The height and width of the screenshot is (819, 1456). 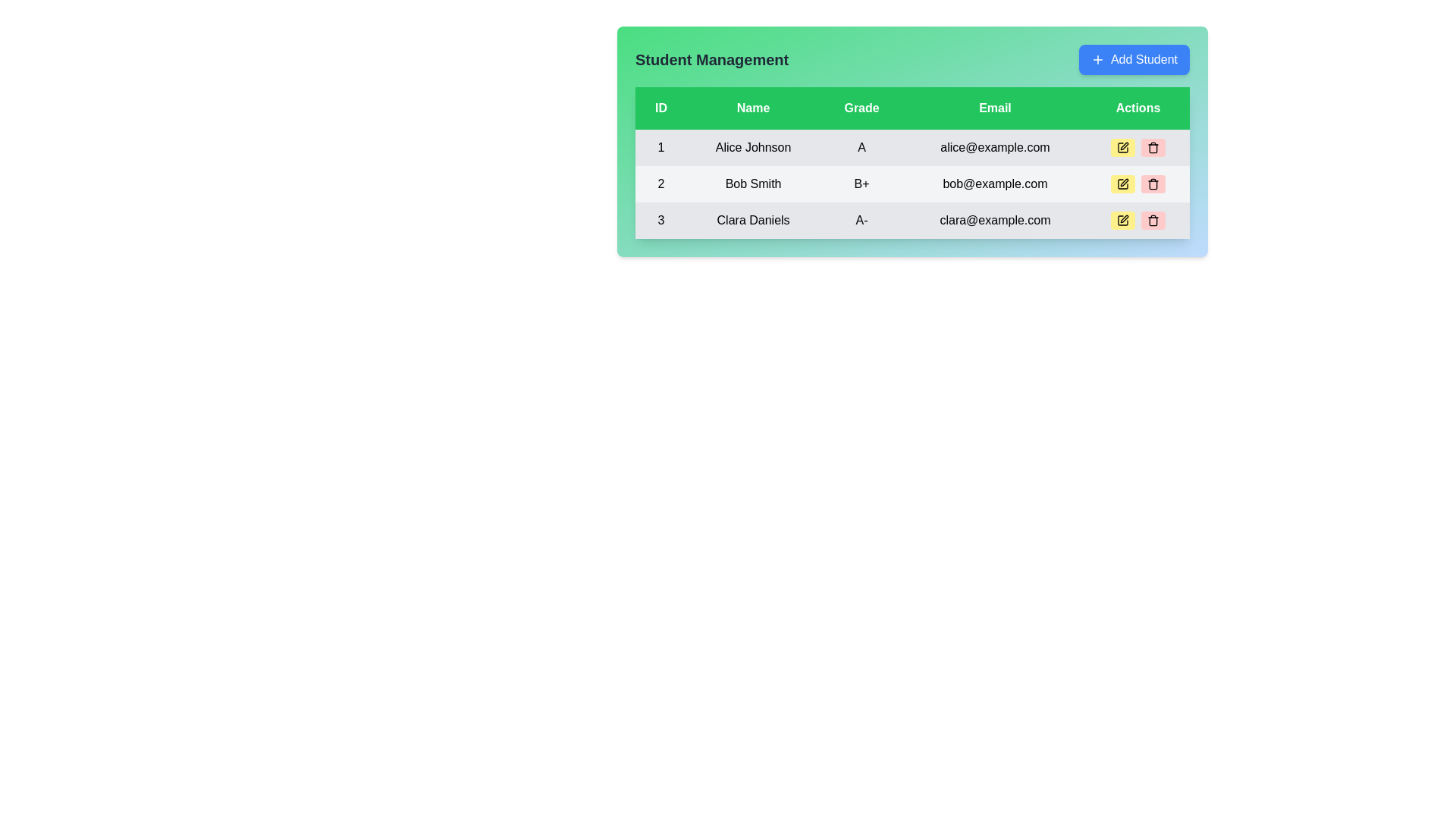 What do you see at coordinates (661, 107) in the screenshot?
I see `the Table Header Label that has a light green background and contains the text 'ID', located at the top-left of the table under 'Student Management'` at bounding box center [661, 107].